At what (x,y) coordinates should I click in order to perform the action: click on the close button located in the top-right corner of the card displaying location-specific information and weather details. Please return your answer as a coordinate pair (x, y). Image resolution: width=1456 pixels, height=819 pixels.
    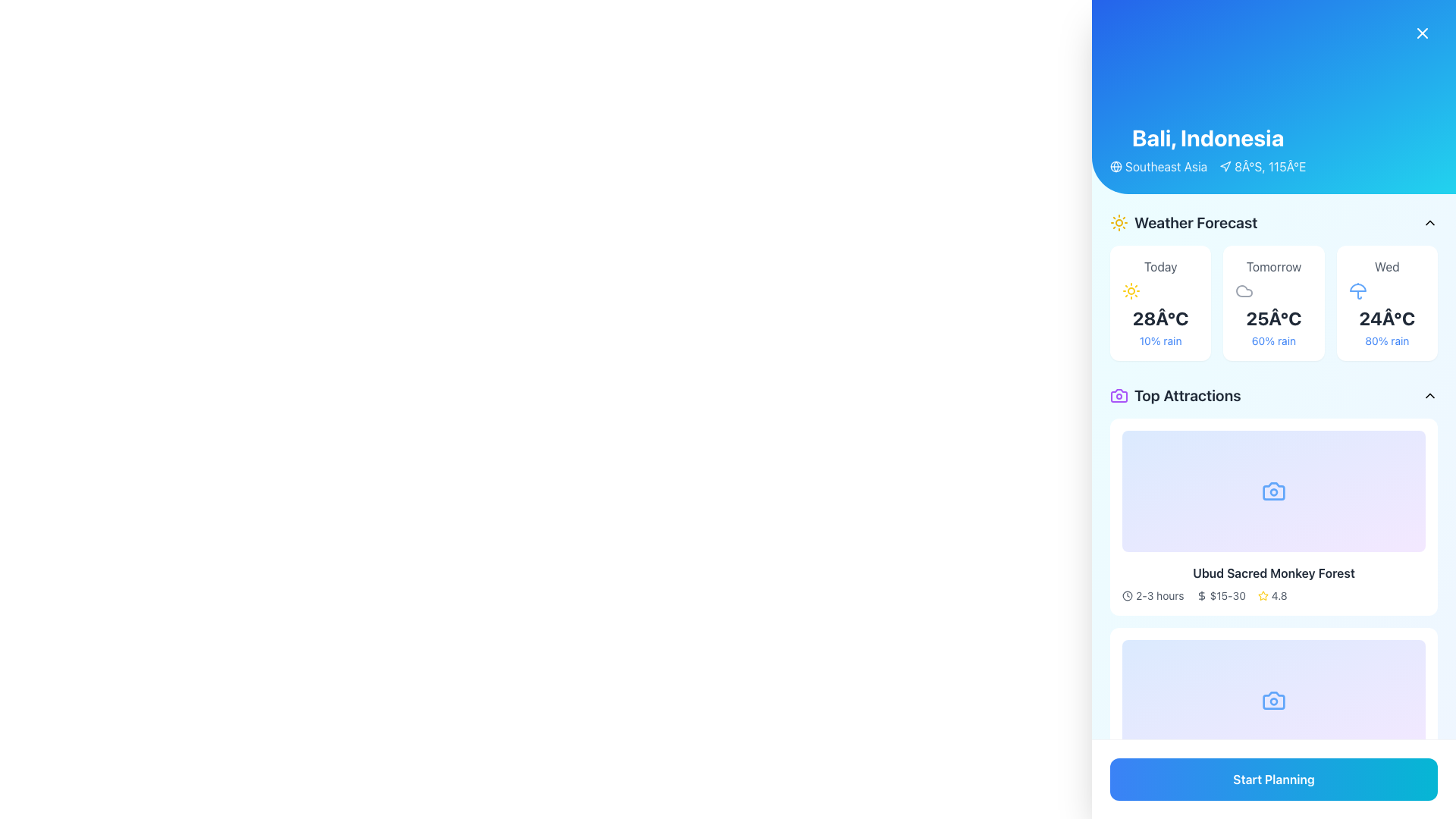
    Looking at the image, I should click on (1422, 33).